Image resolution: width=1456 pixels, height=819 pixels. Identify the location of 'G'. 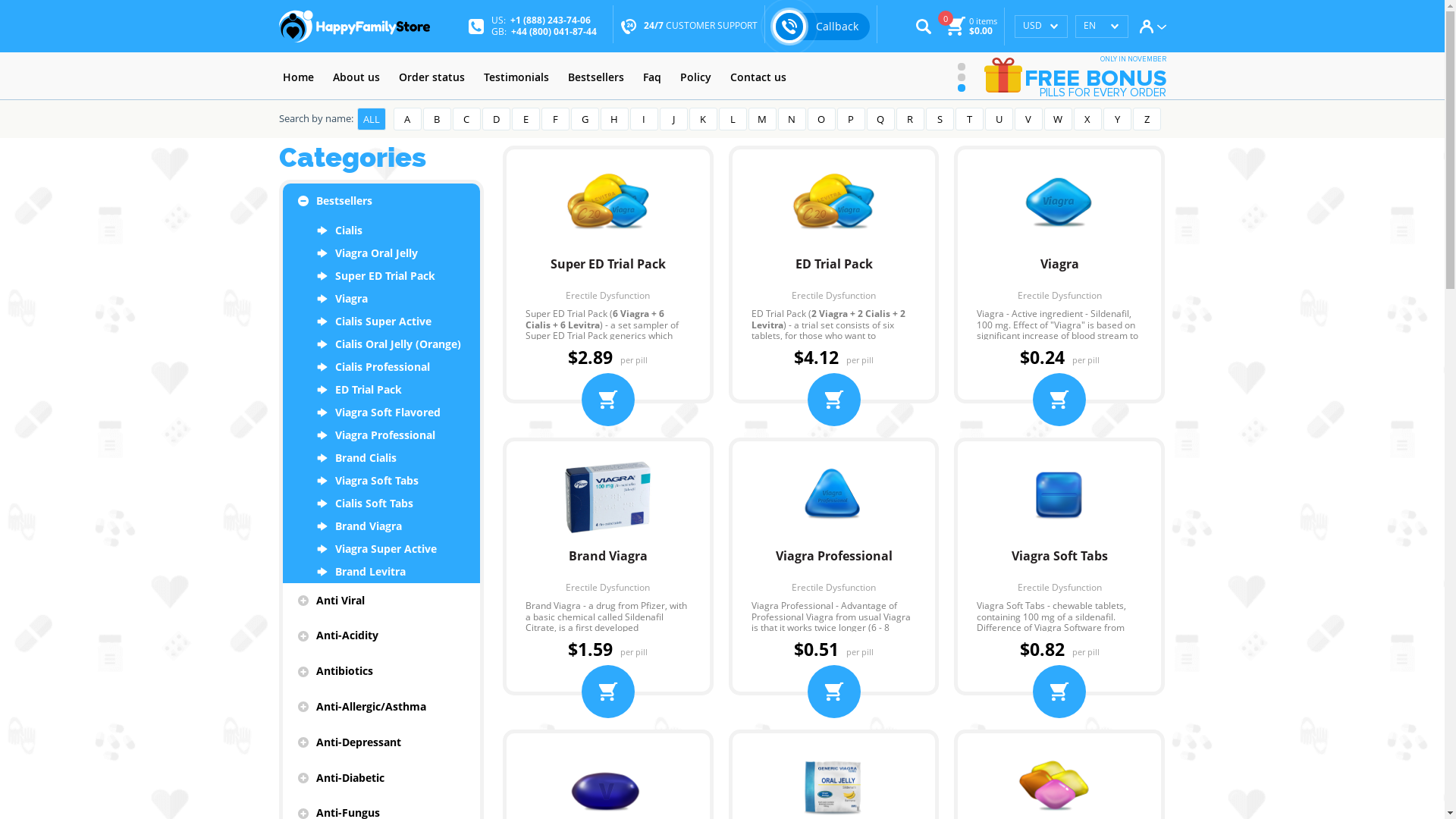
(583, 118).